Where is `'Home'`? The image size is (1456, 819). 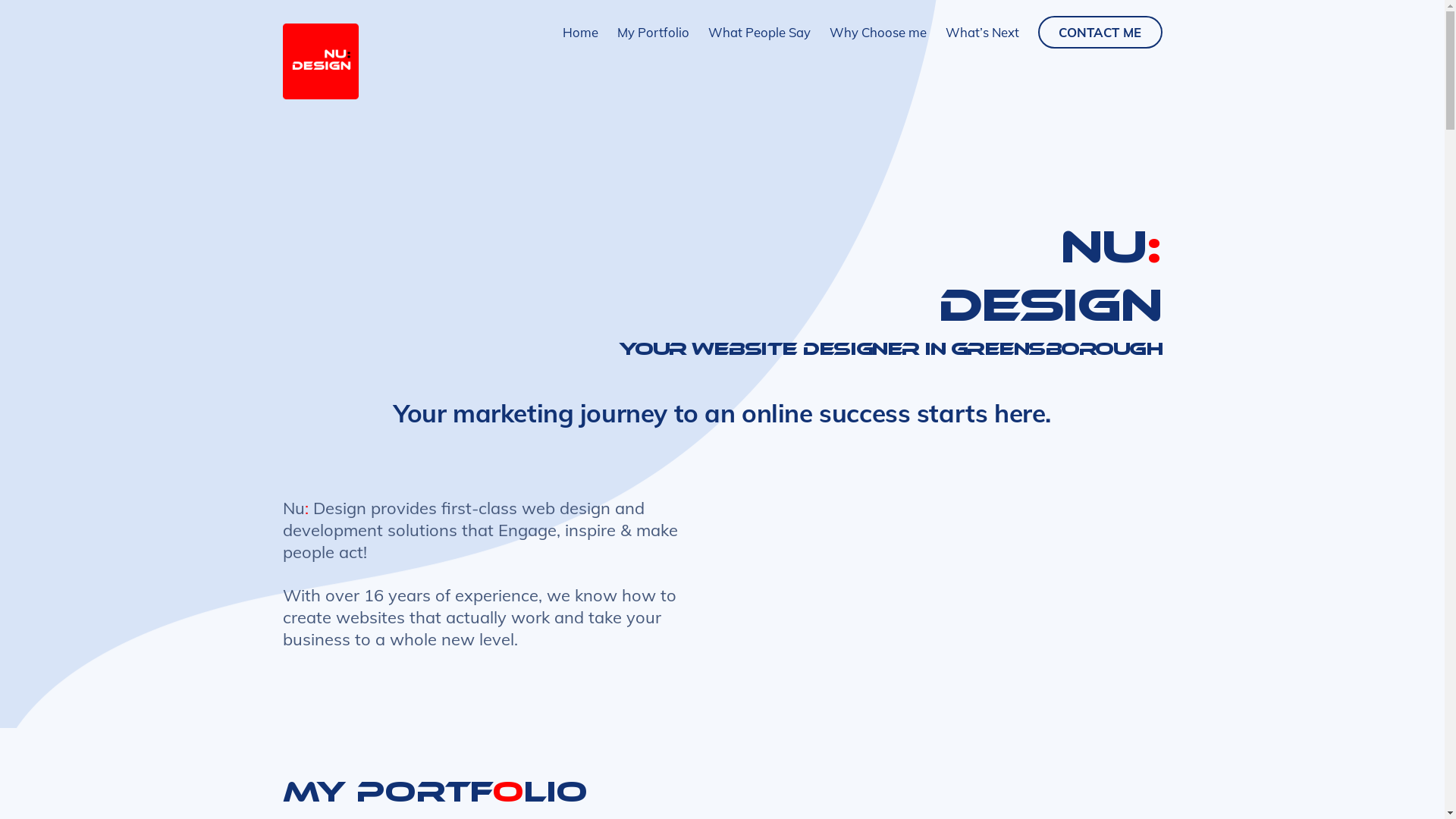
'Home' is located at coordinates (579, 32).